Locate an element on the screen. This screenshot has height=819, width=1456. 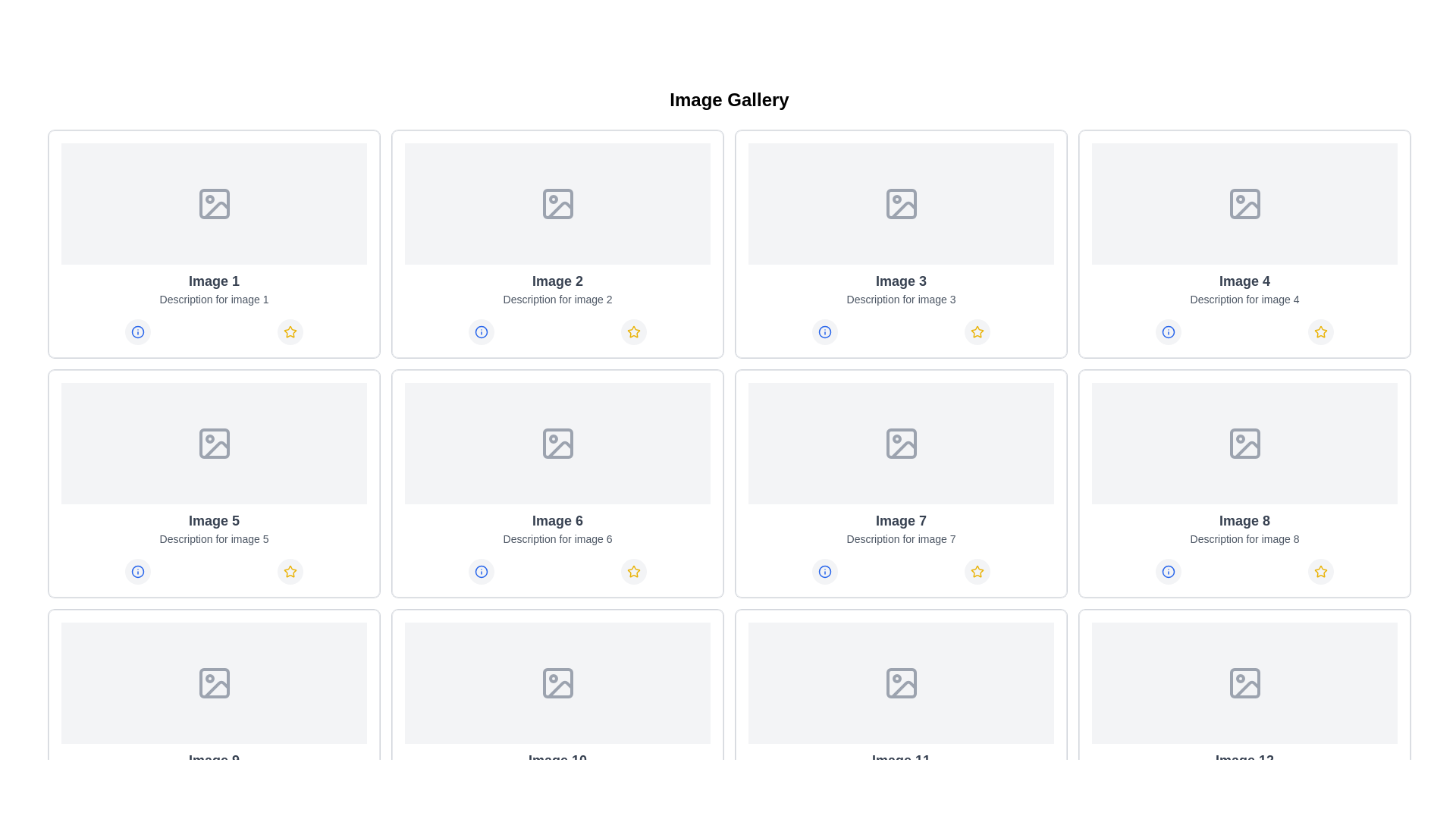
the Placeholder Icon, which is a minimalistic image representation featuring a gray outlined square with a circle and a slanted line, located at the center of the placeholder box for Image 13 is located at coordinates (1244, 683).